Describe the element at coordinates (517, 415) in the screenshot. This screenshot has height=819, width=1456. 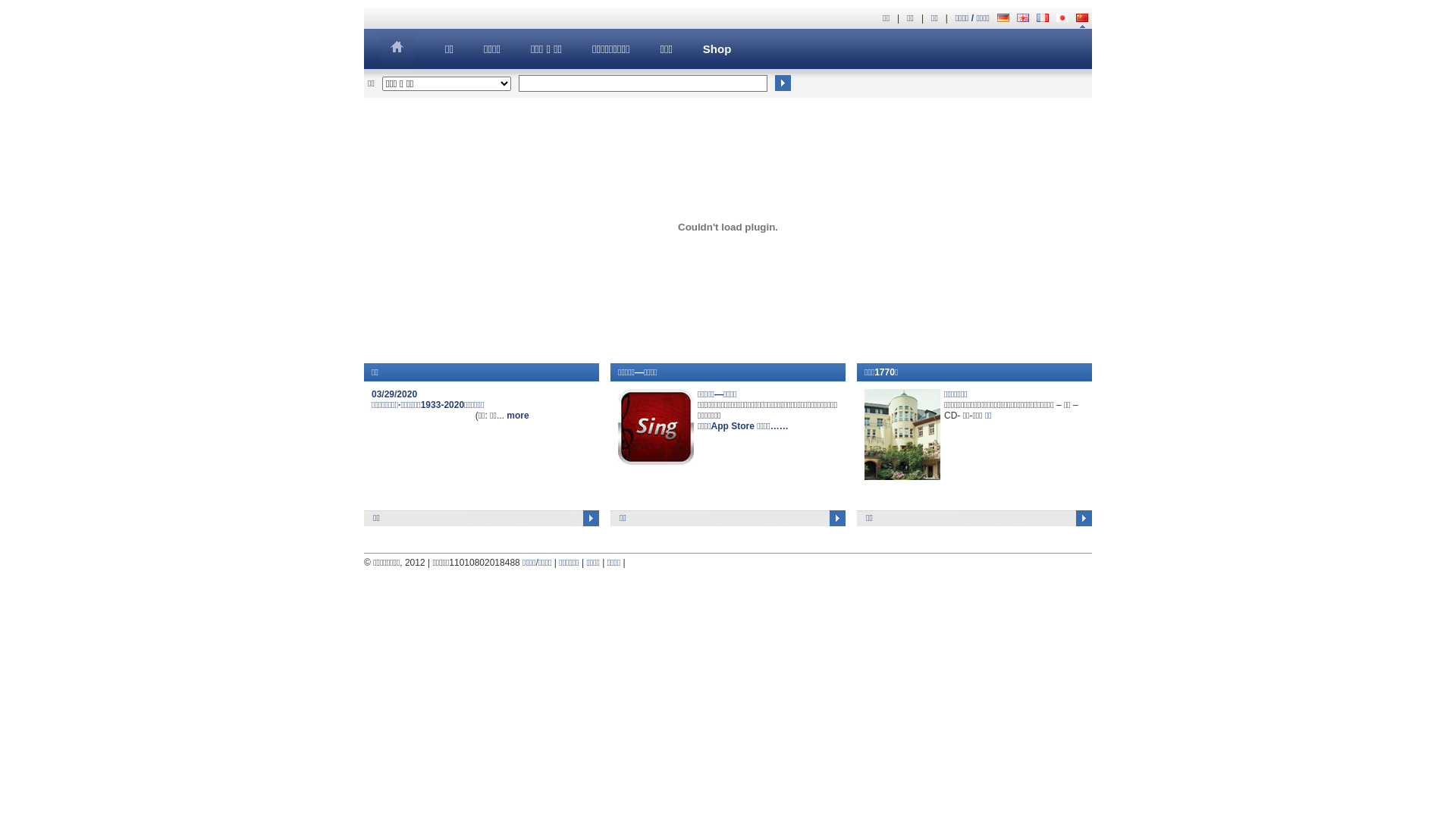
I see `'more'` at that location.